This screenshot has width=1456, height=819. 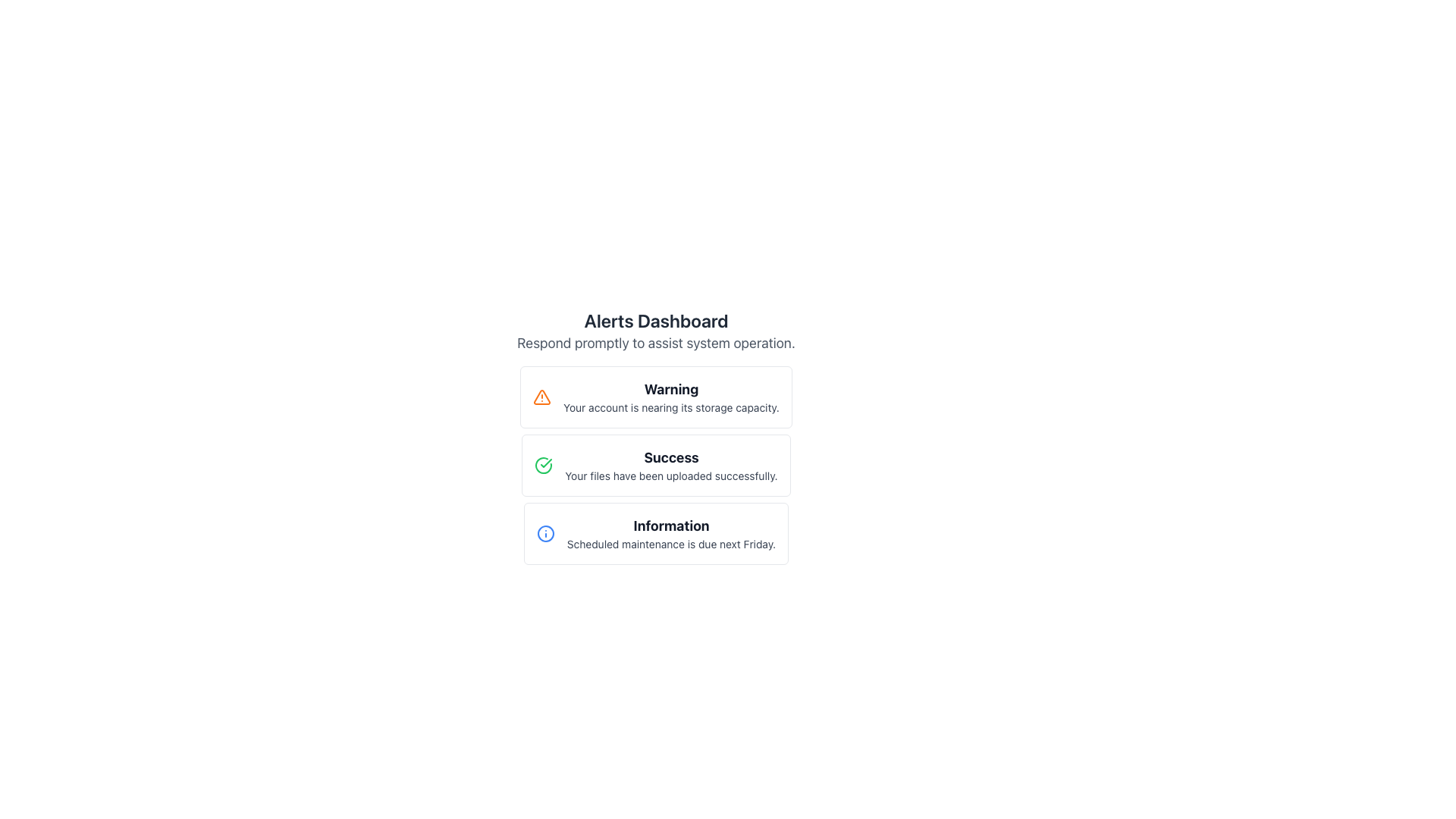 What do you see at coordinates (546, 462) in the screenshot?
I see `the Decorative Icon that visually represents the success state of an action, located alongside the 'Success' label within the second box of the vertical arrangement of information cards` at bounding box center [546, 462].